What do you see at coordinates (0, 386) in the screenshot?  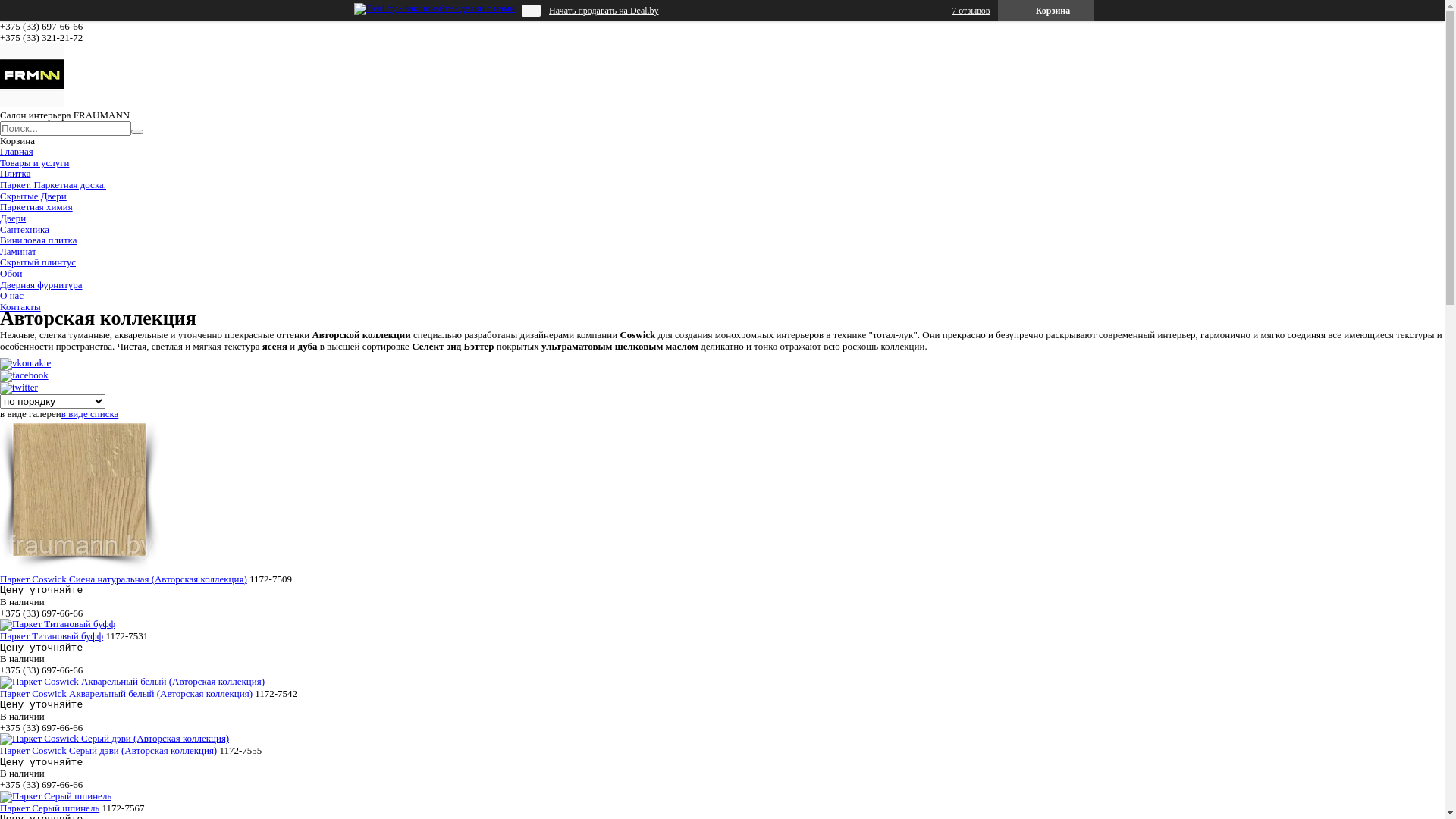 I see `'twitter'` at bounding box center [0, 386].